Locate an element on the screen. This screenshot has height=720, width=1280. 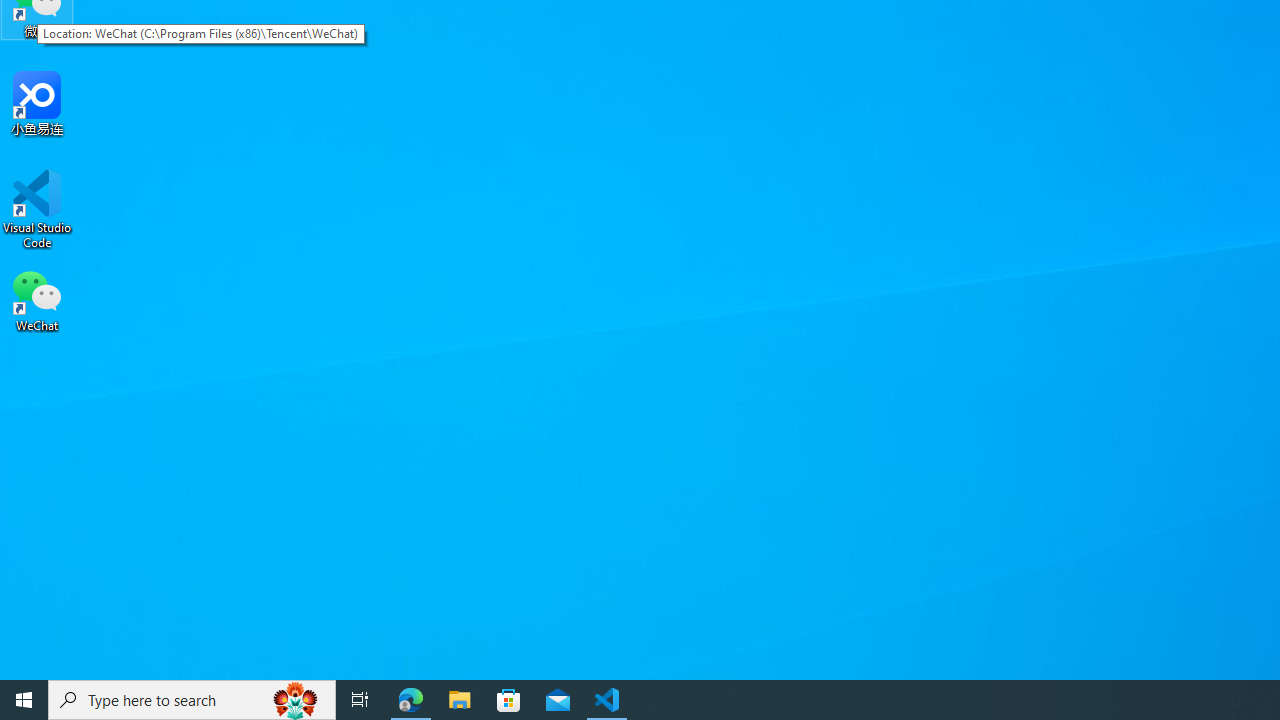
'WeChat' is located at coordinates (37, 299).